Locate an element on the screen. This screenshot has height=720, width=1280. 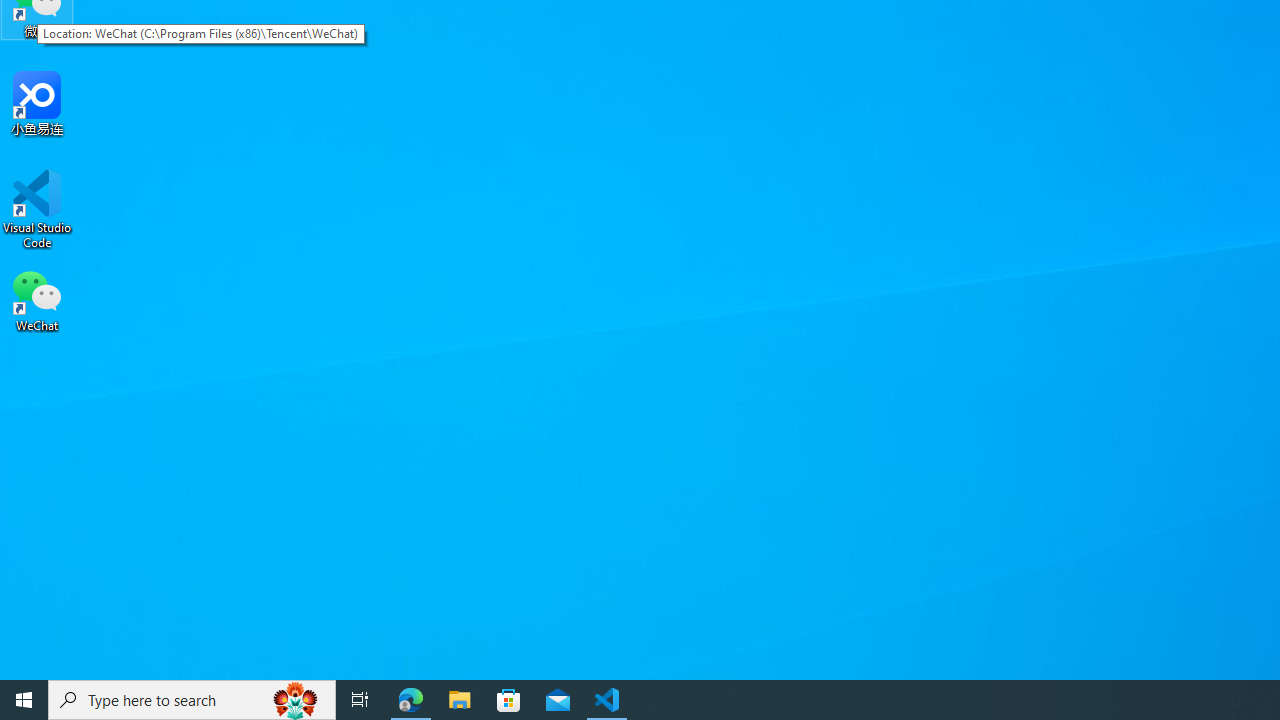
'WeChat' is located at coordinates (37, 299).